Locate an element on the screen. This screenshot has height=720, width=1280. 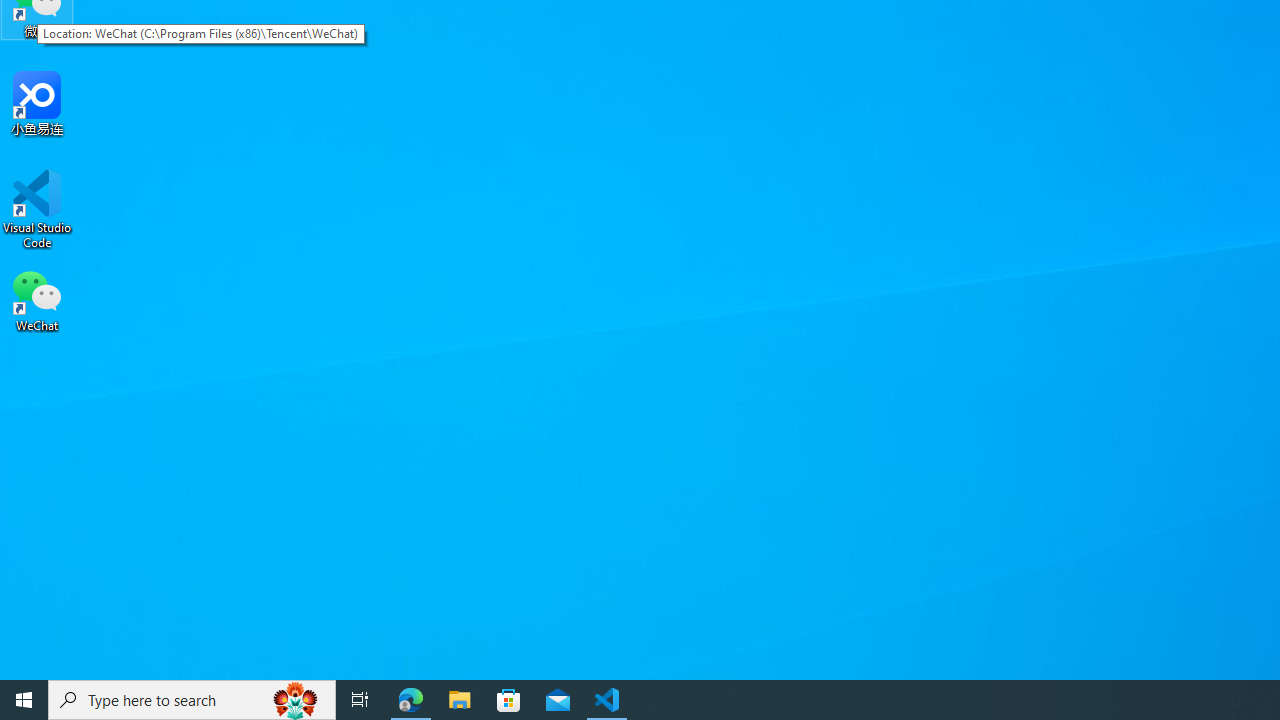
'WeChat' is located at coordinates (37, 299).